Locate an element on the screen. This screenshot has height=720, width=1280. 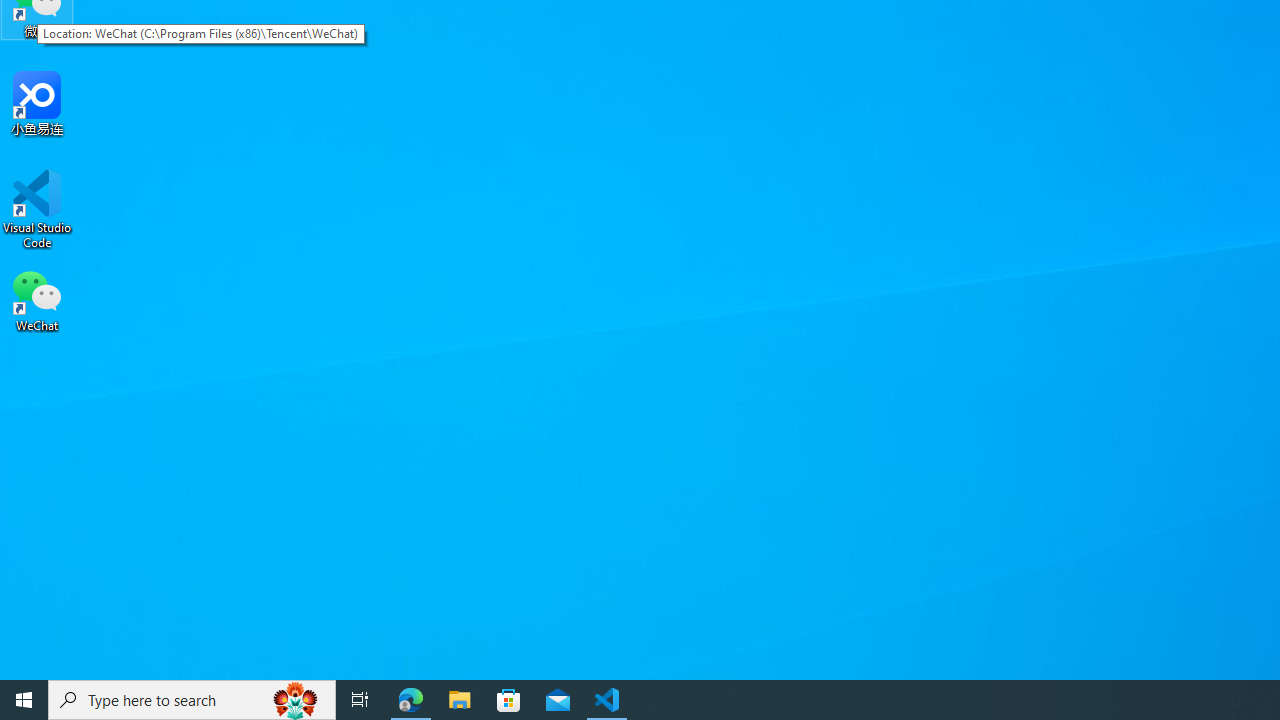
'WeChat' is located at coordinates (37, 299).